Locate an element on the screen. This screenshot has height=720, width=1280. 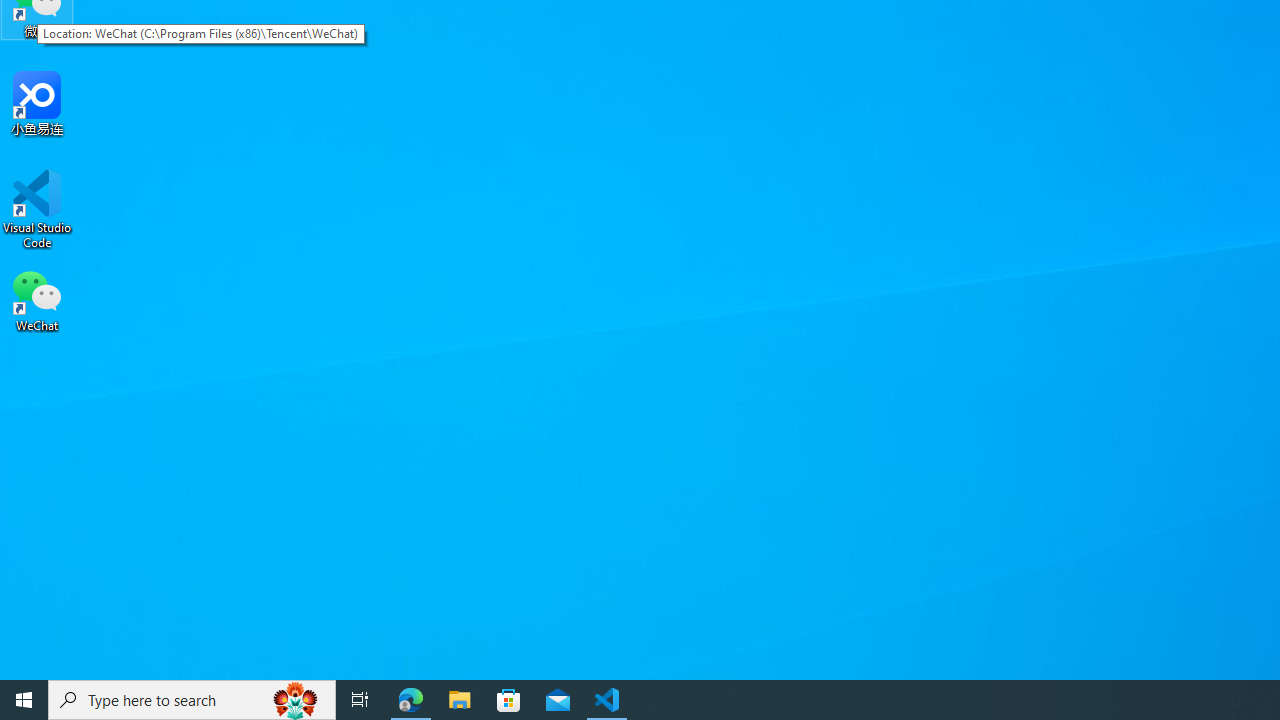
'WeChat' is located at coordinates (37, 299).